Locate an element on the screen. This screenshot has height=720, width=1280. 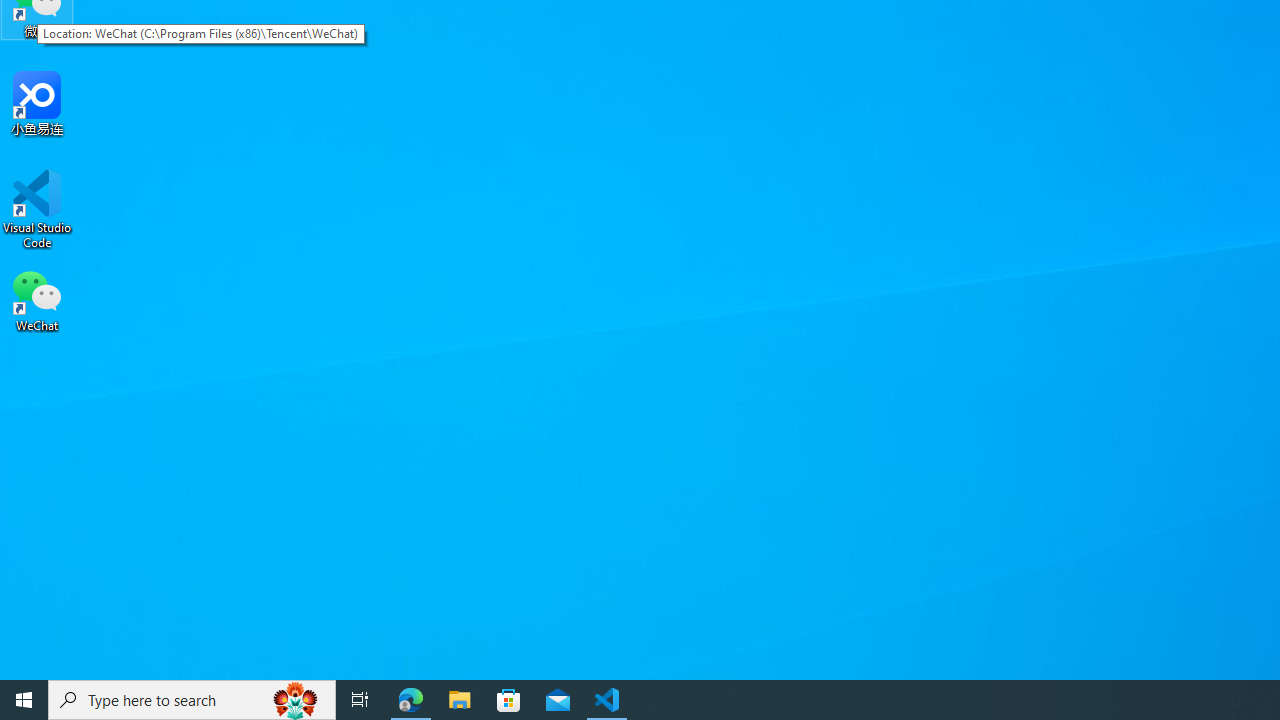
'WeChat' is located at coordinates (37, 299).